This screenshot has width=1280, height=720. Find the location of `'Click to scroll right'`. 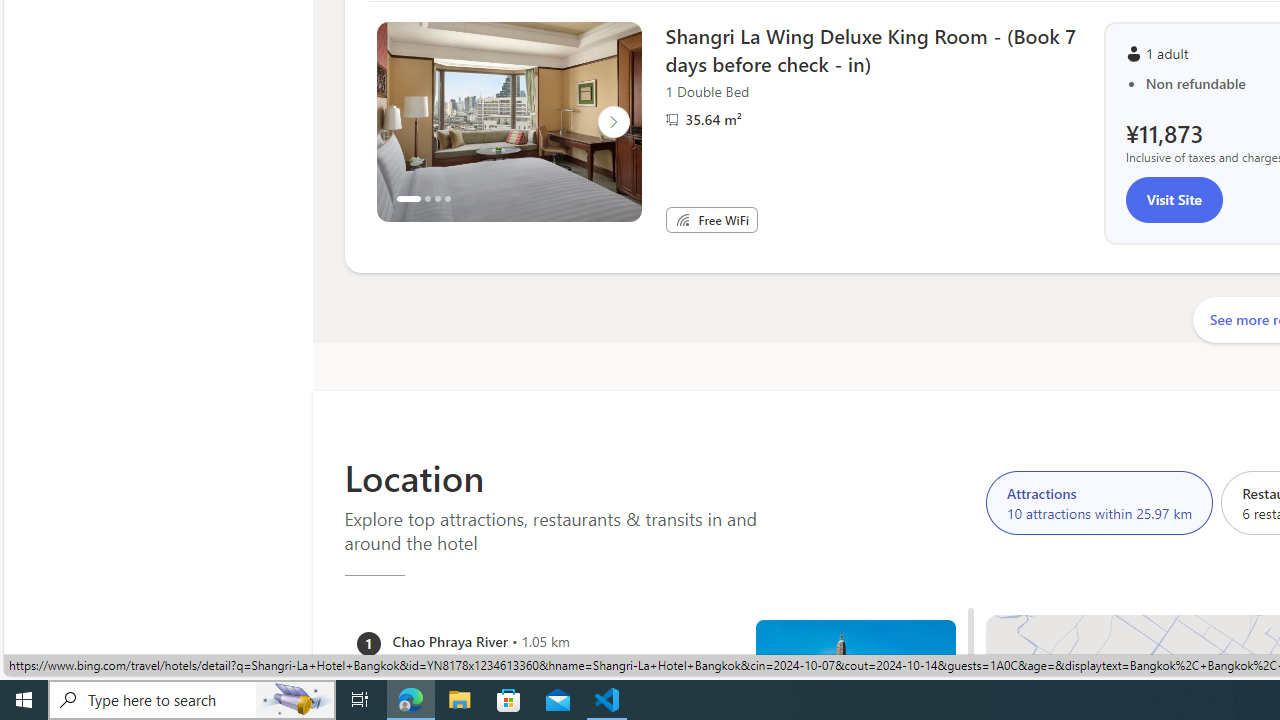

'Click to scroll right' is located at coordinates (612, 122).